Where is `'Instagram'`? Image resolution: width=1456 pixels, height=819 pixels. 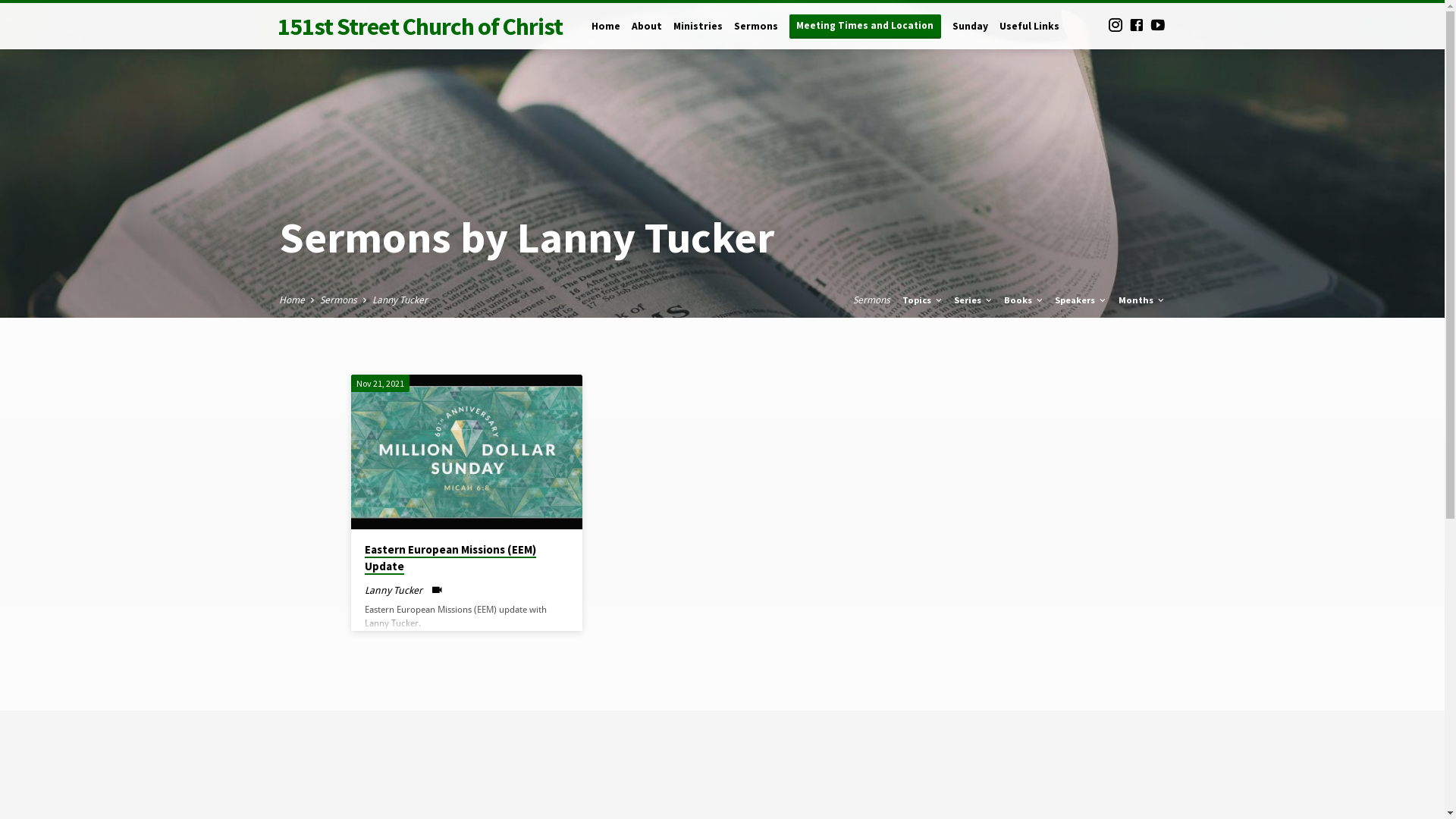 'Instagram' is located at coordinates (1115, 25).